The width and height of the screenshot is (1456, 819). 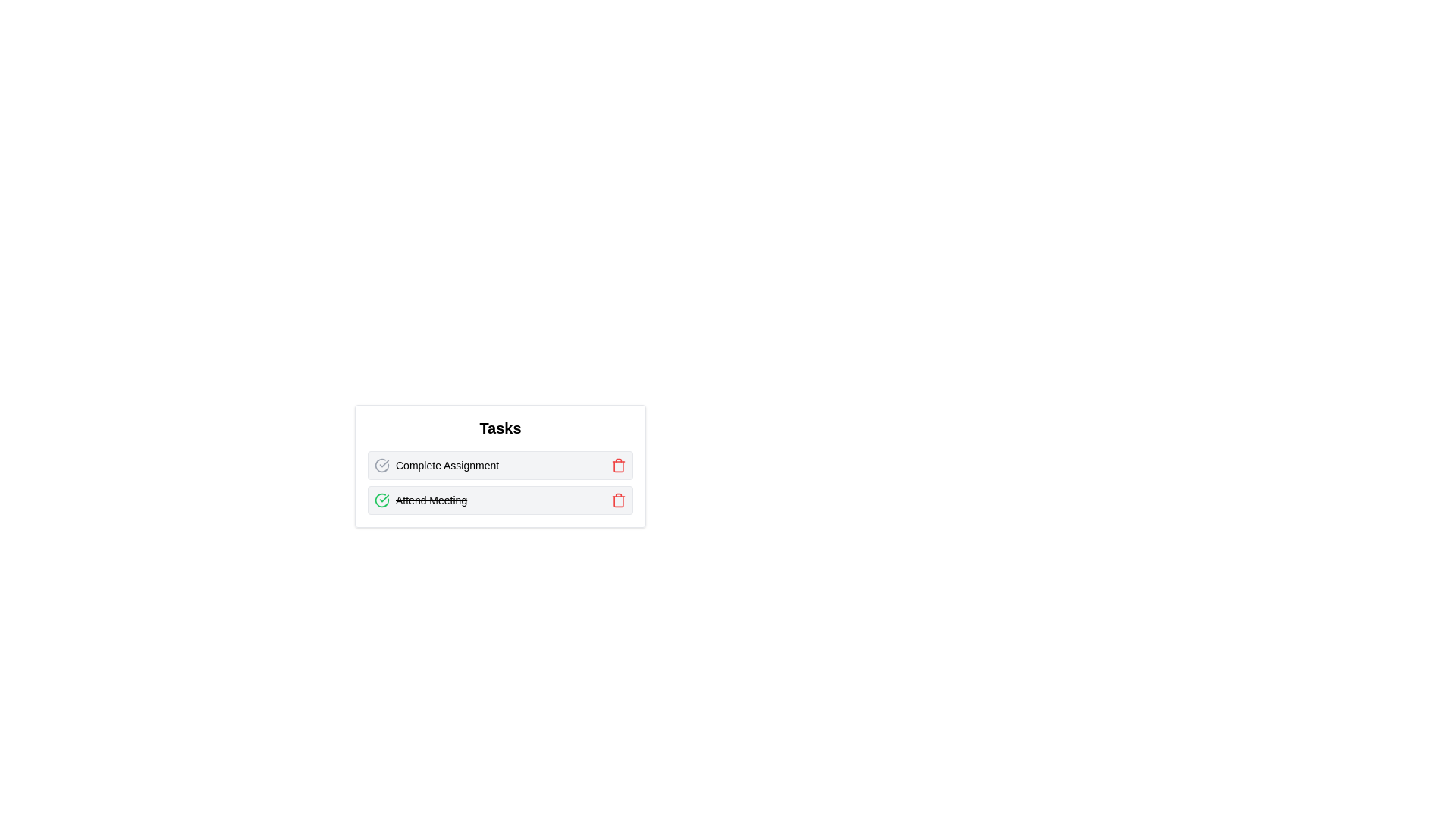 I want to click on the trash bin icon located at the rightmost end of the row associated with the 'Attend Meeting' task, so click(x=619, y=500).